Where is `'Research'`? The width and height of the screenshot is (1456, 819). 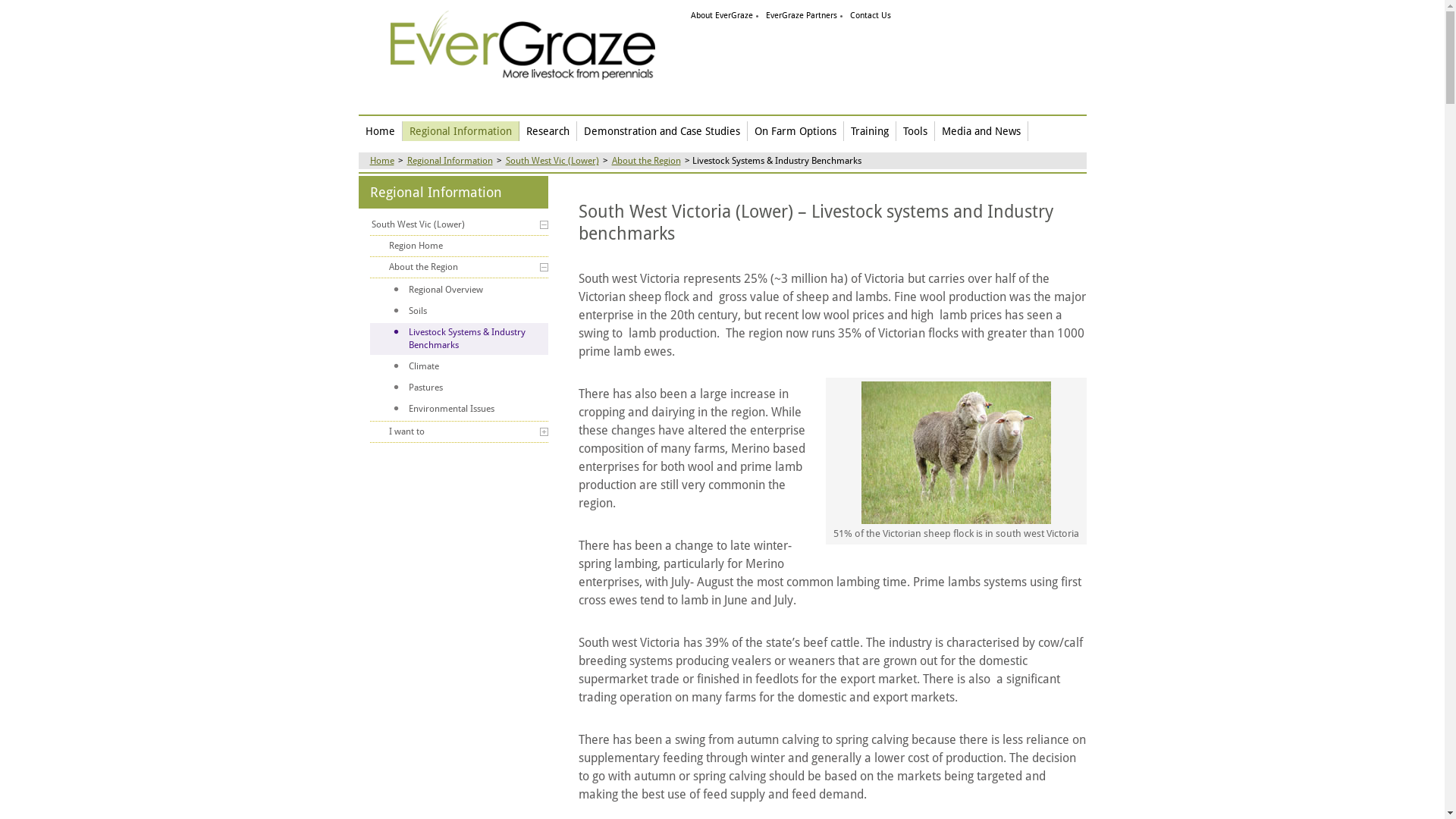
'Research' is located at coordinates (519, 130).